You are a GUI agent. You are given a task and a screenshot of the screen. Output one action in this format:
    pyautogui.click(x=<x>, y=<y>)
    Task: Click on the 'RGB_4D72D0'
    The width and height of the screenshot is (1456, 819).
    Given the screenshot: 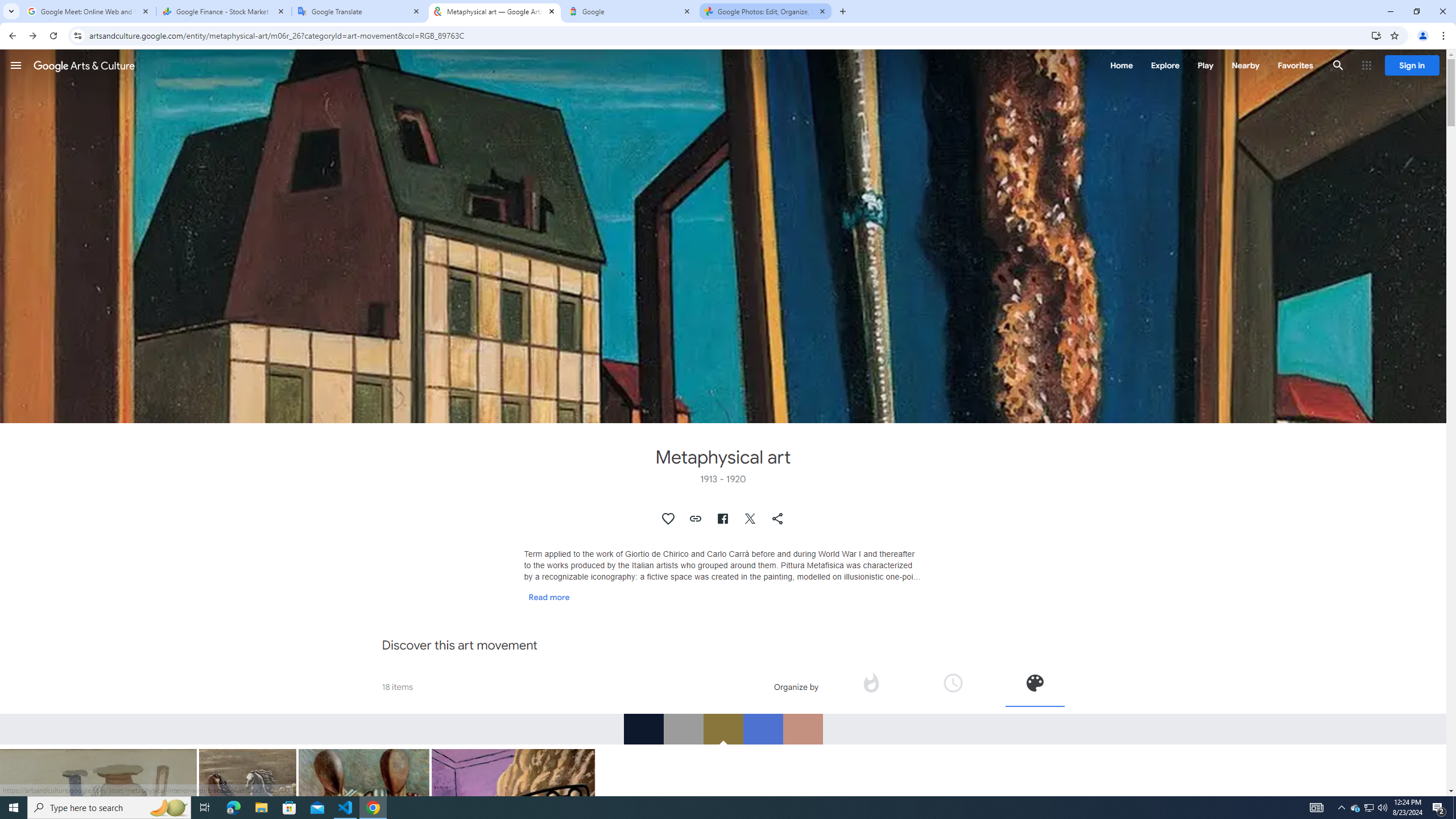 What is the action you would take?
    pyautogui.click(x=763, y=728)
    